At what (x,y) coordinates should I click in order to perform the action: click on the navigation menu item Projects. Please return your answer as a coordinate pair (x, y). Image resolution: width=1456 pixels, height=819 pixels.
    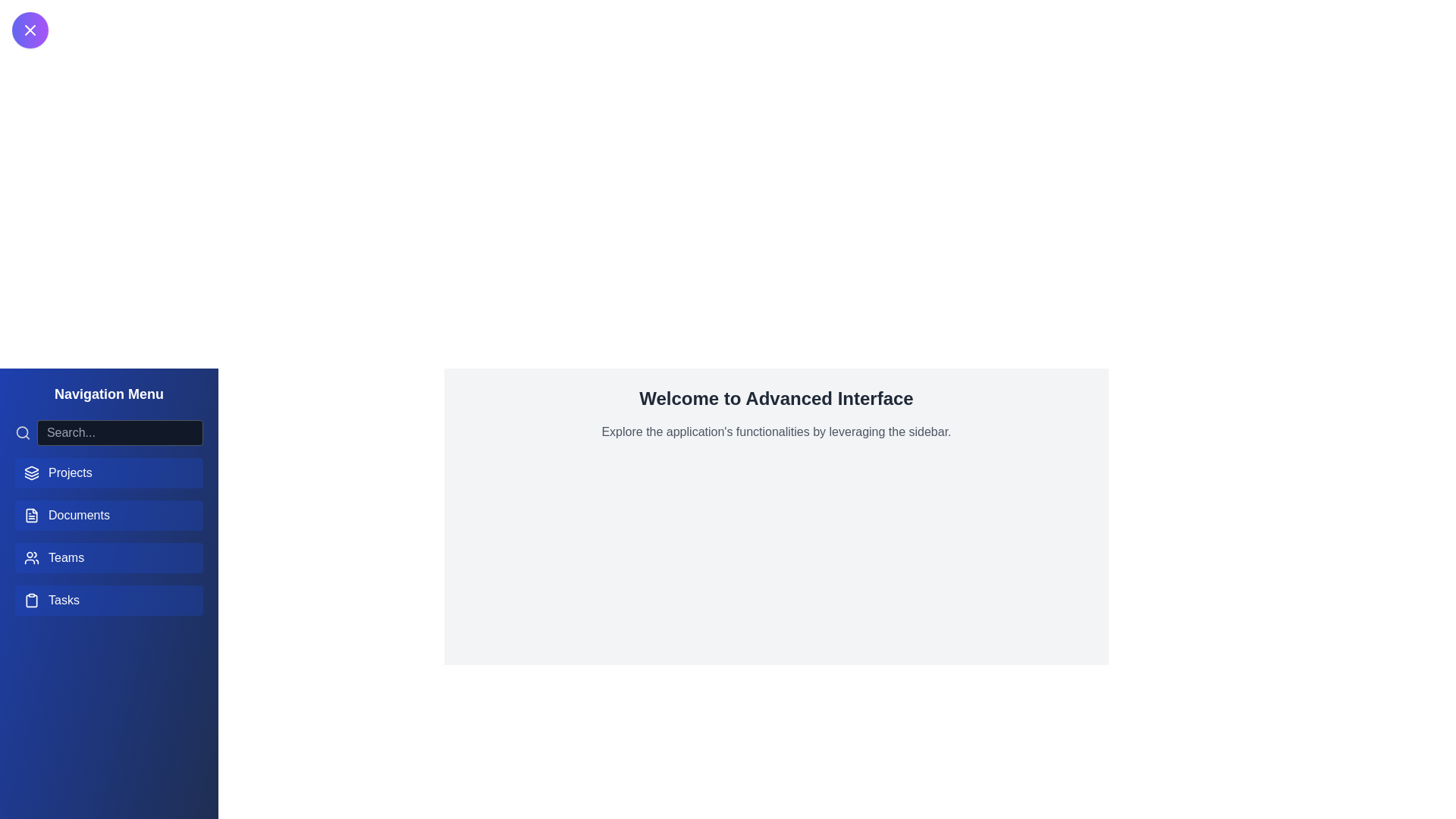
    Looking at the image, I should click on (108, 472).